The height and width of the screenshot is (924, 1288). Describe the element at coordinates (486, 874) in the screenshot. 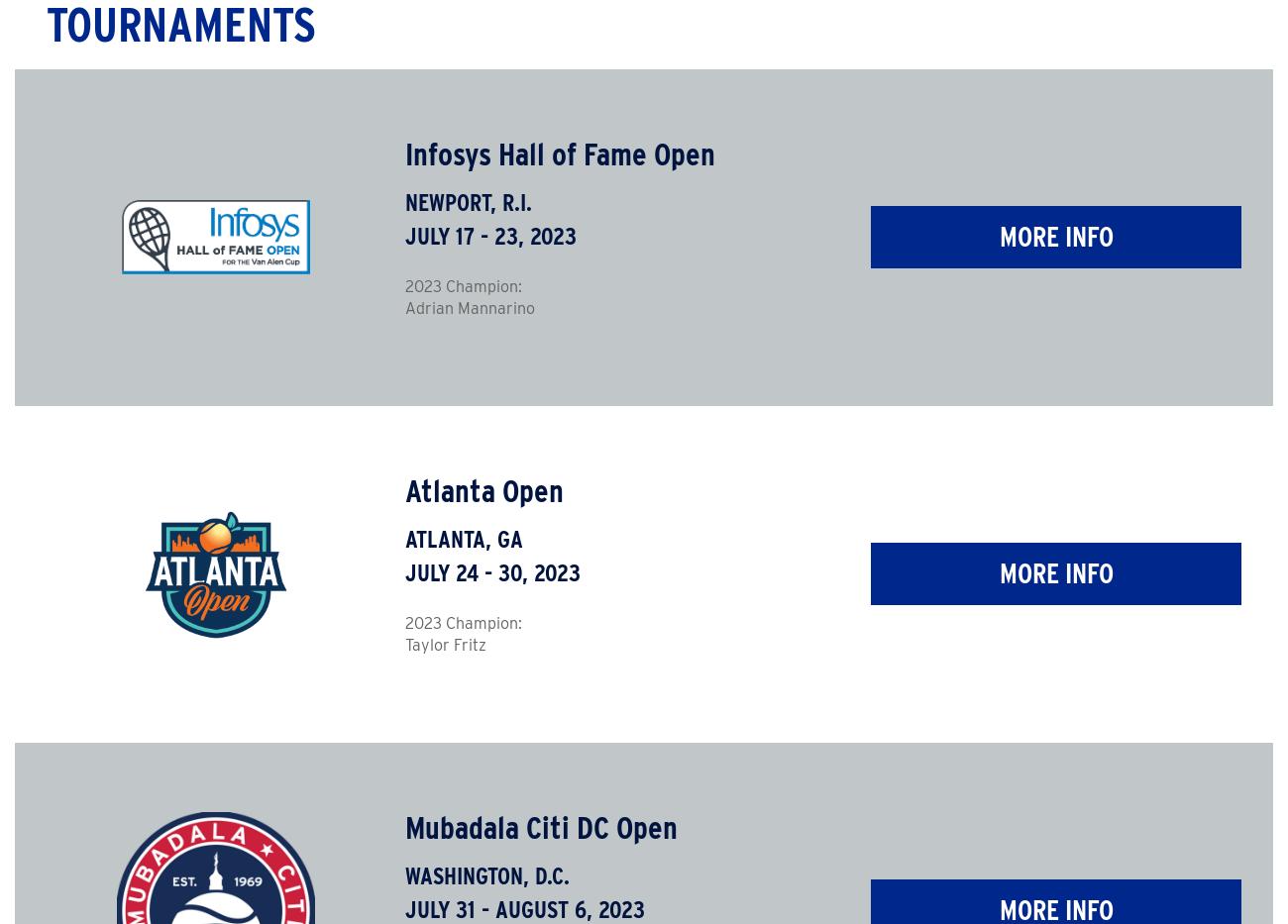

I see `'Washington, D.C.'` at that location.